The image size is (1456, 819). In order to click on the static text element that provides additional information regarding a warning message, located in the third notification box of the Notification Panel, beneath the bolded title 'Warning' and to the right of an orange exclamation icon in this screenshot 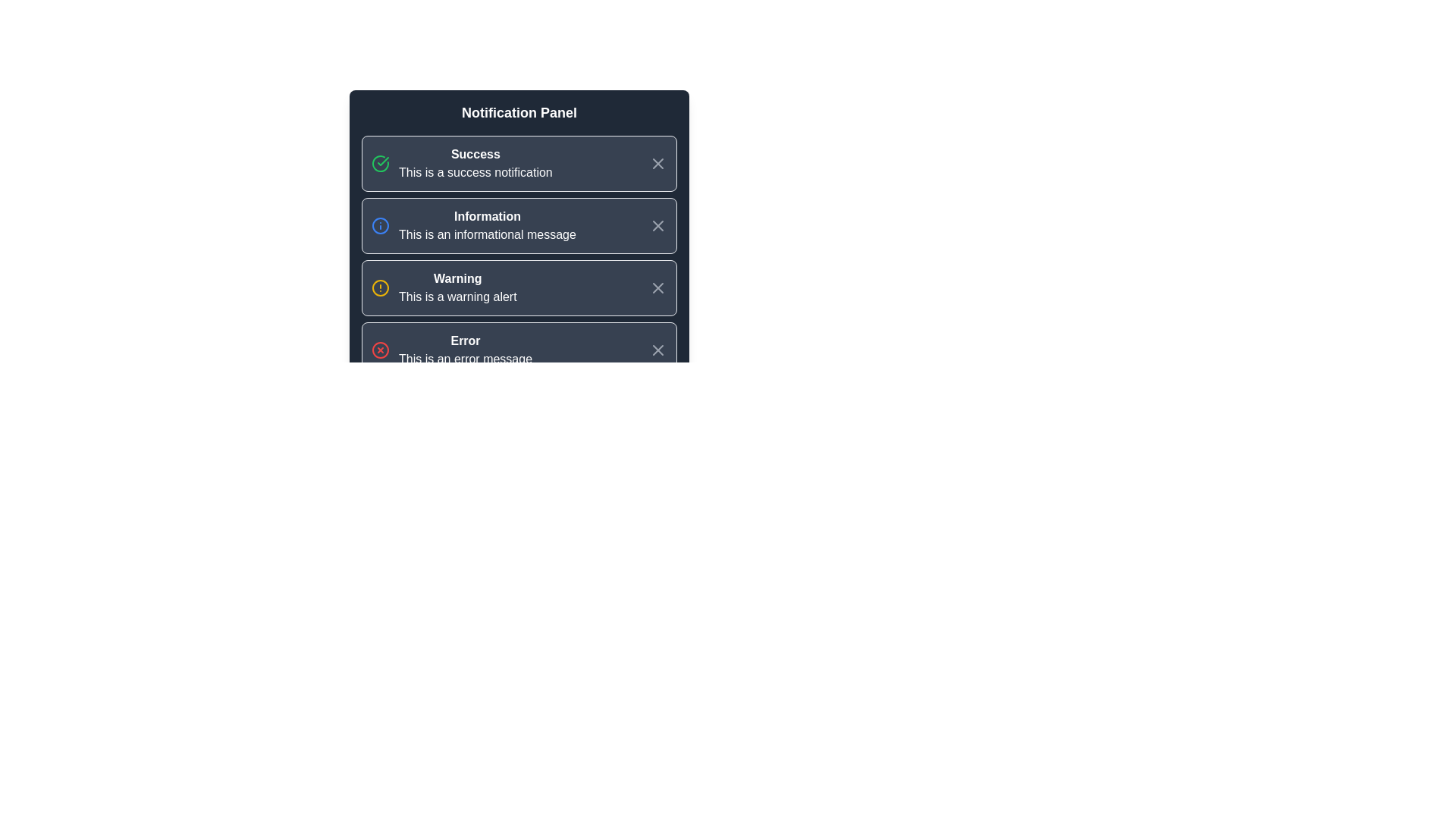, I will do `click(457, 297)`.